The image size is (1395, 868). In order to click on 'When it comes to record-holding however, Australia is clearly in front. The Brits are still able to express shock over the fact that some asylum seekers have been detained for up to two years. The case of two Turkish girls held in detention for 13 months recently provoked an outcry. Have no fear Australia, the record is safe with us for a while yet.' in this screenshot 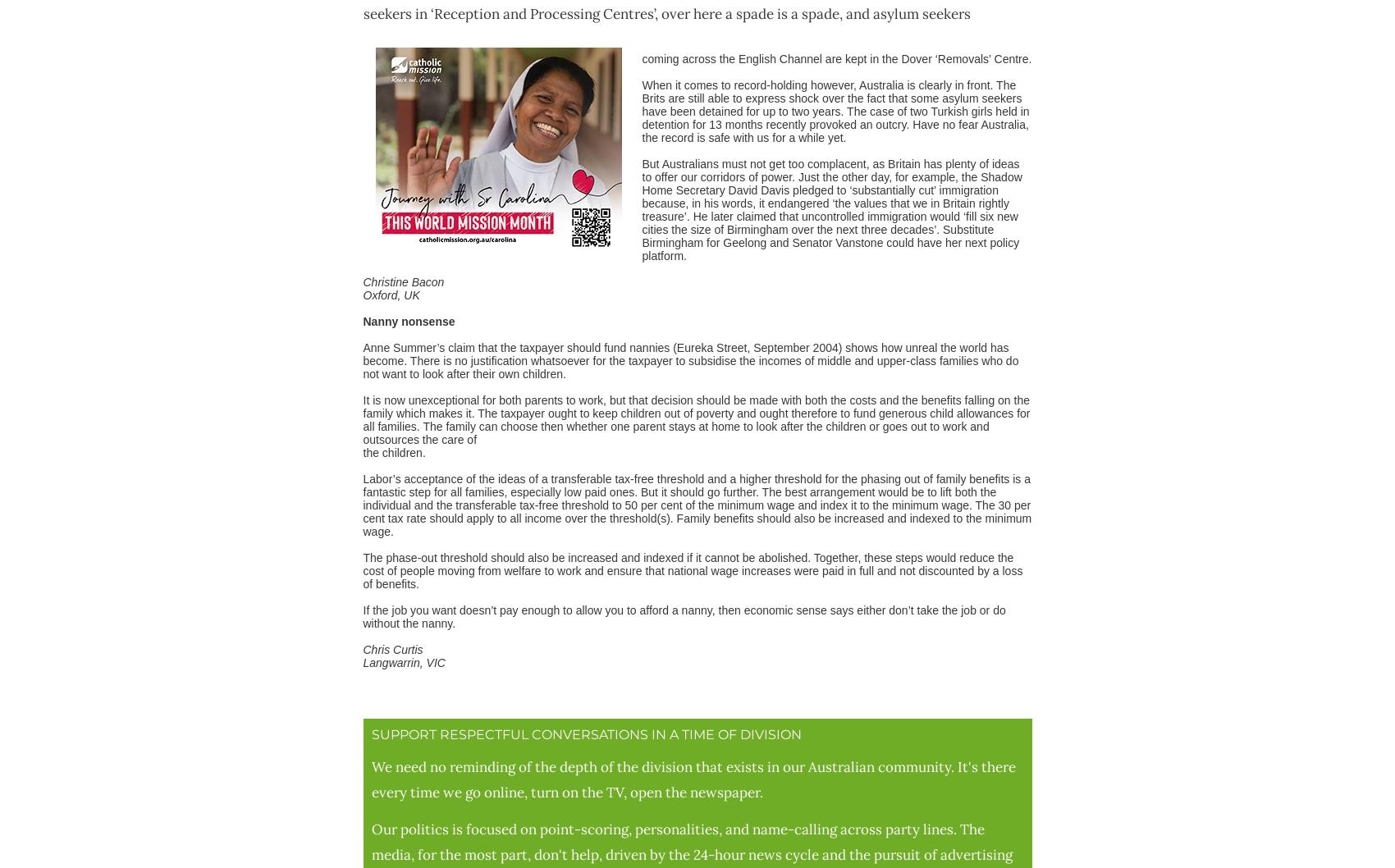, I will do `click(834, 110)`.